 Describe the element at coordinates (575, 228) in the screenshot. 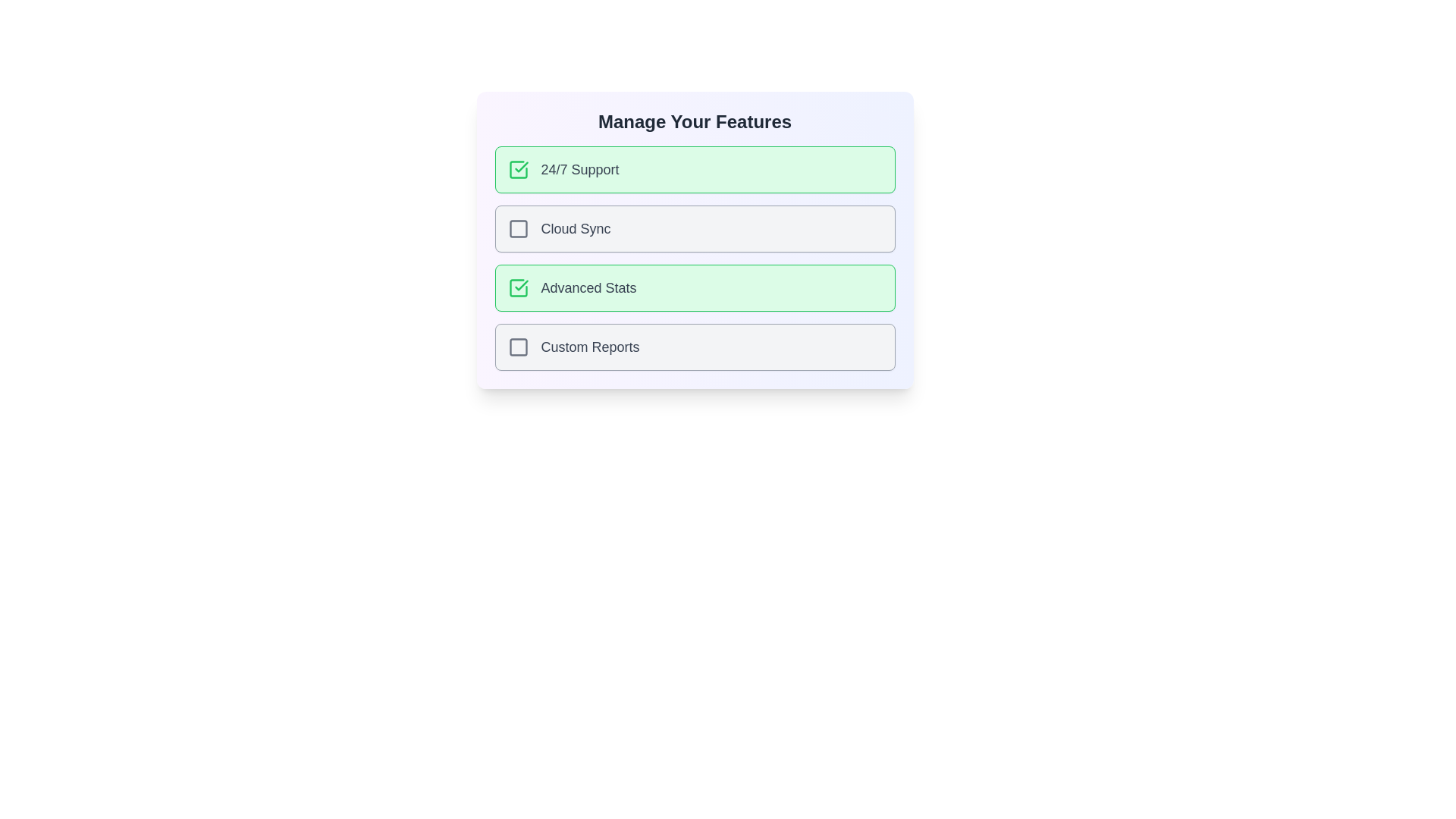

I see `text content of the 'Cloud Sync' text label, which is styled with medium-weight, large-sized gray text and located below '24/7 Support' and above 'Advanced Stats' in the 'Manage Your Features' section` at that location.